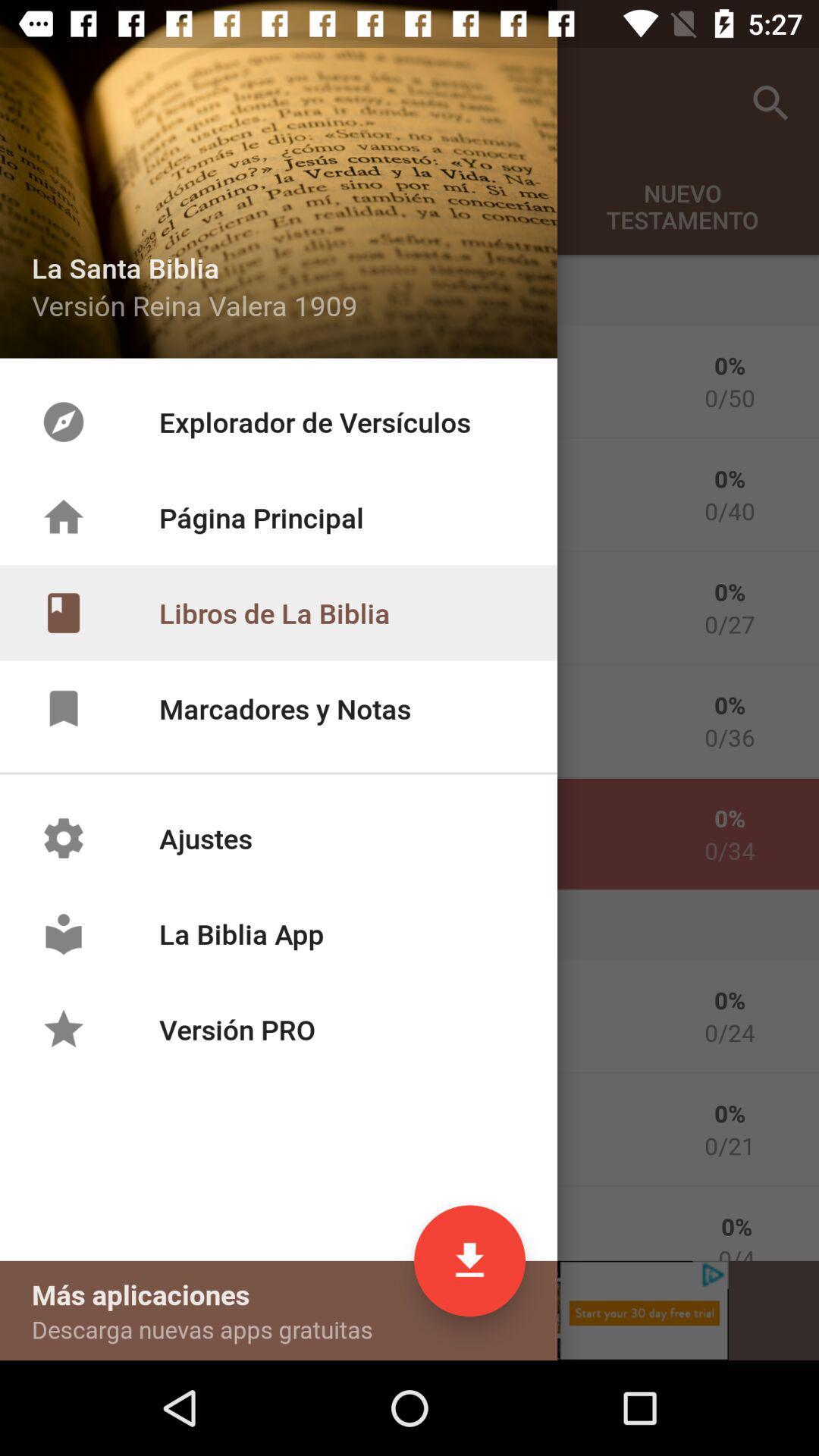  What do you see at coordinates (71, 833) in the screenshot?
I see `the settings icon which is left had side of the text ajustes` at bounding box center [71, 833].